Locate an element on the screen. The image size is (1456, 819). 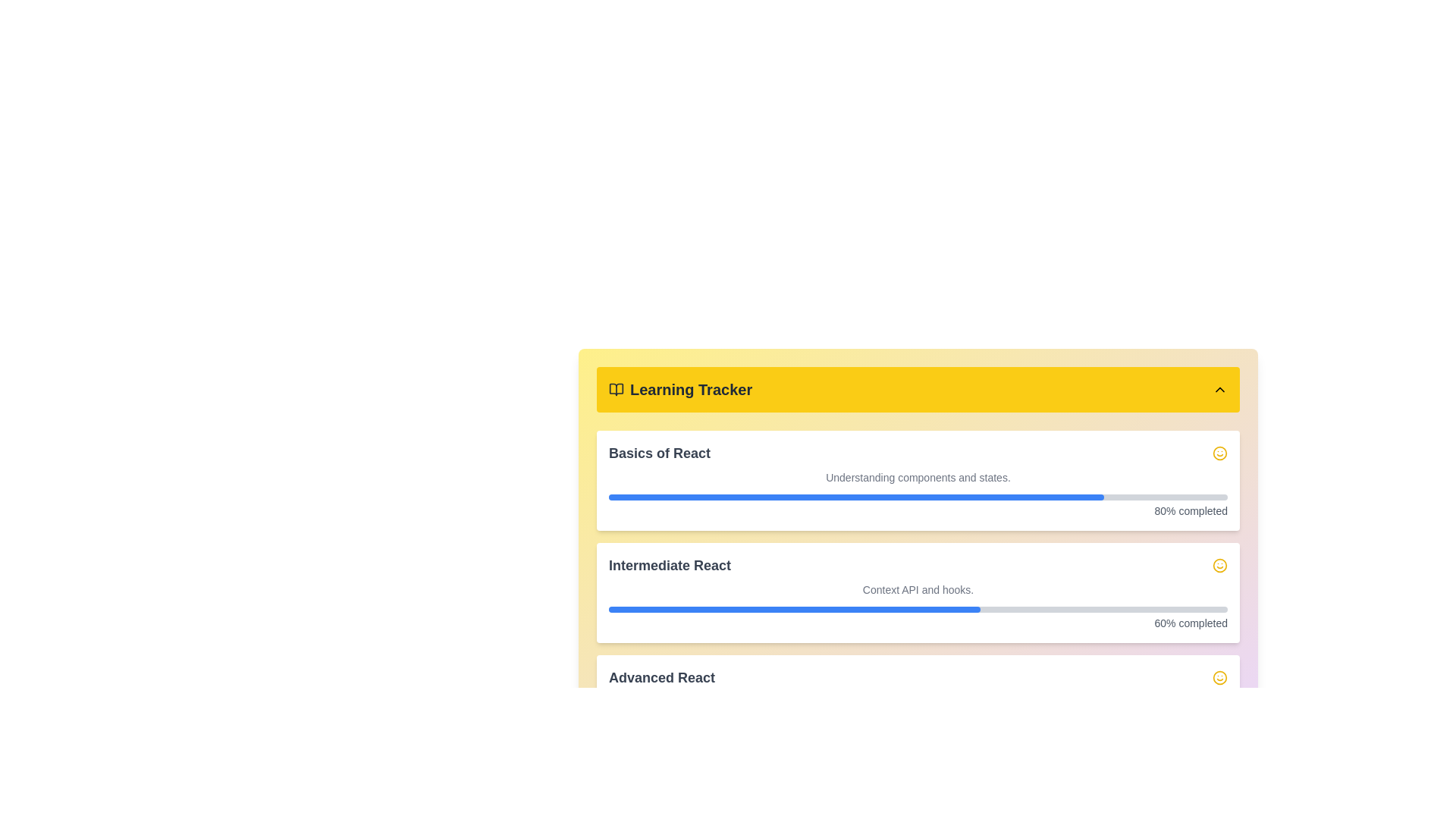
the yellow smiley icon with a cheerful expression located at the right end of the 'Basics of React' section is located at coordinates (1219, 452).